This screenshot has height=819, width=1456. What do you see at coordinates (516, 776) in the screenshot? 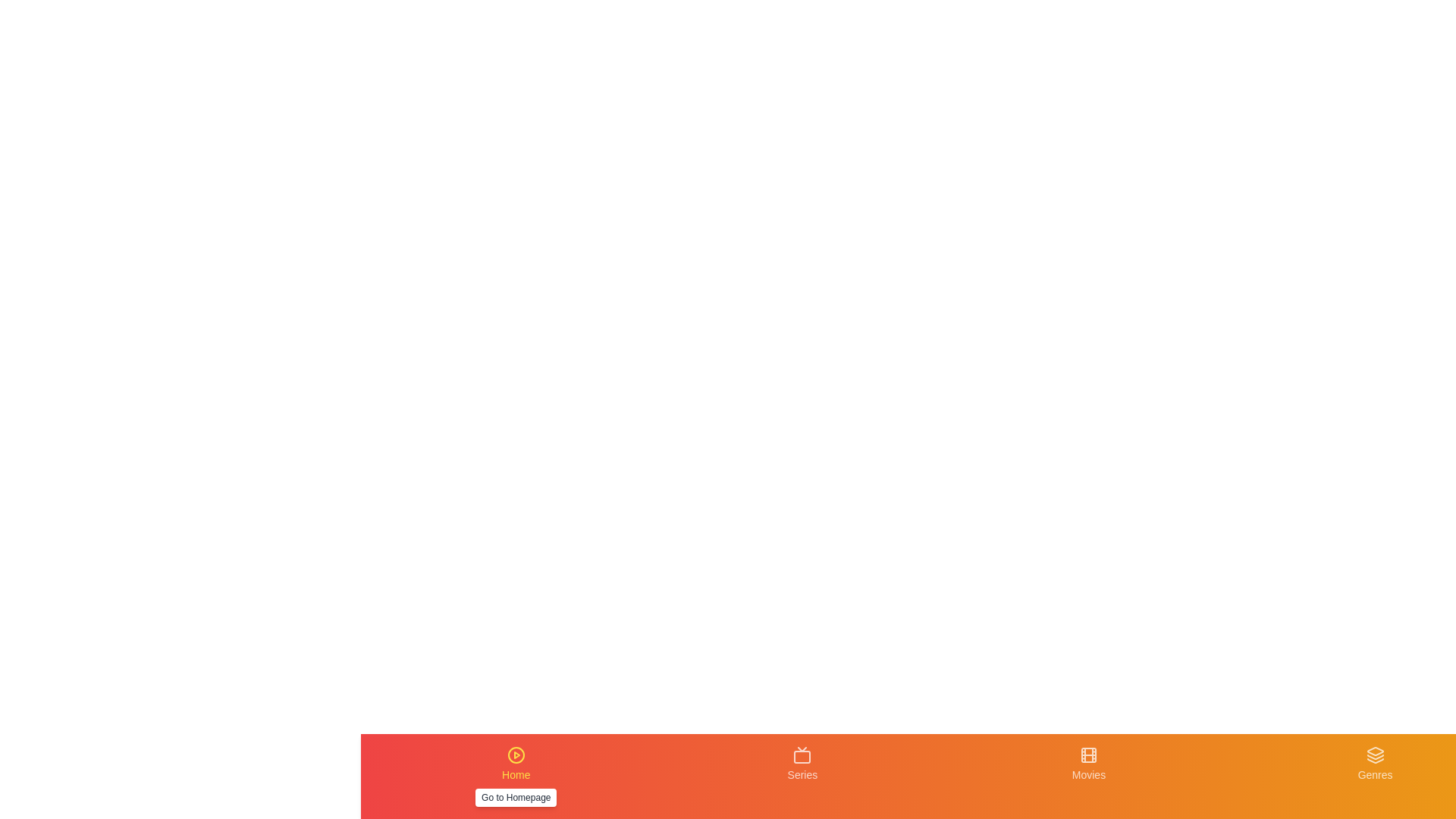
I see `the tab labeled Home to preview its details` at bounding box center [516, 776].